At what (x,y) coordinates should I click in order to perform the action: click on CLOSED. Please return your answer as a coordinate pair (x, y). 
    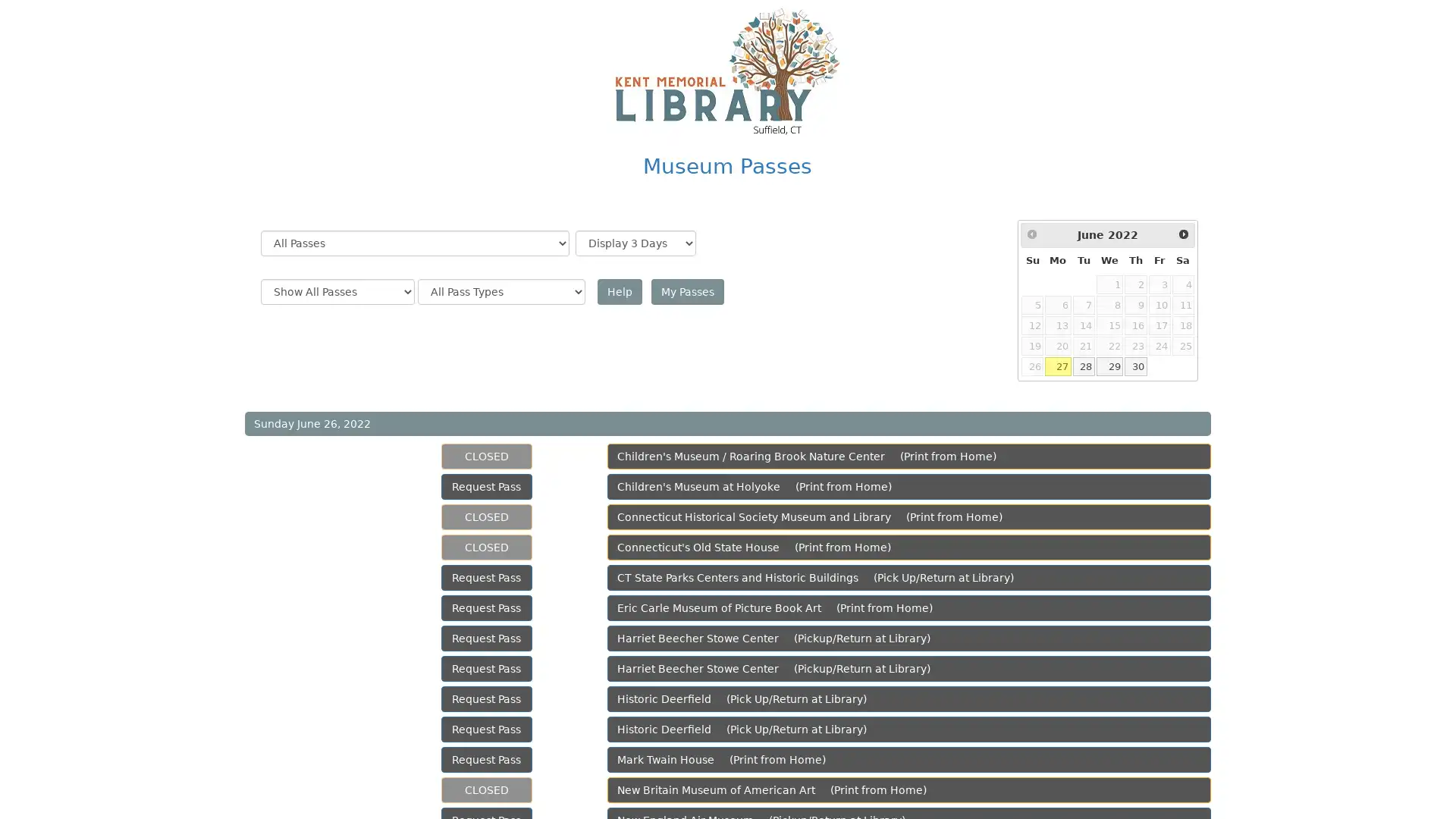
    Looking at the image, I should click on (486, 789).